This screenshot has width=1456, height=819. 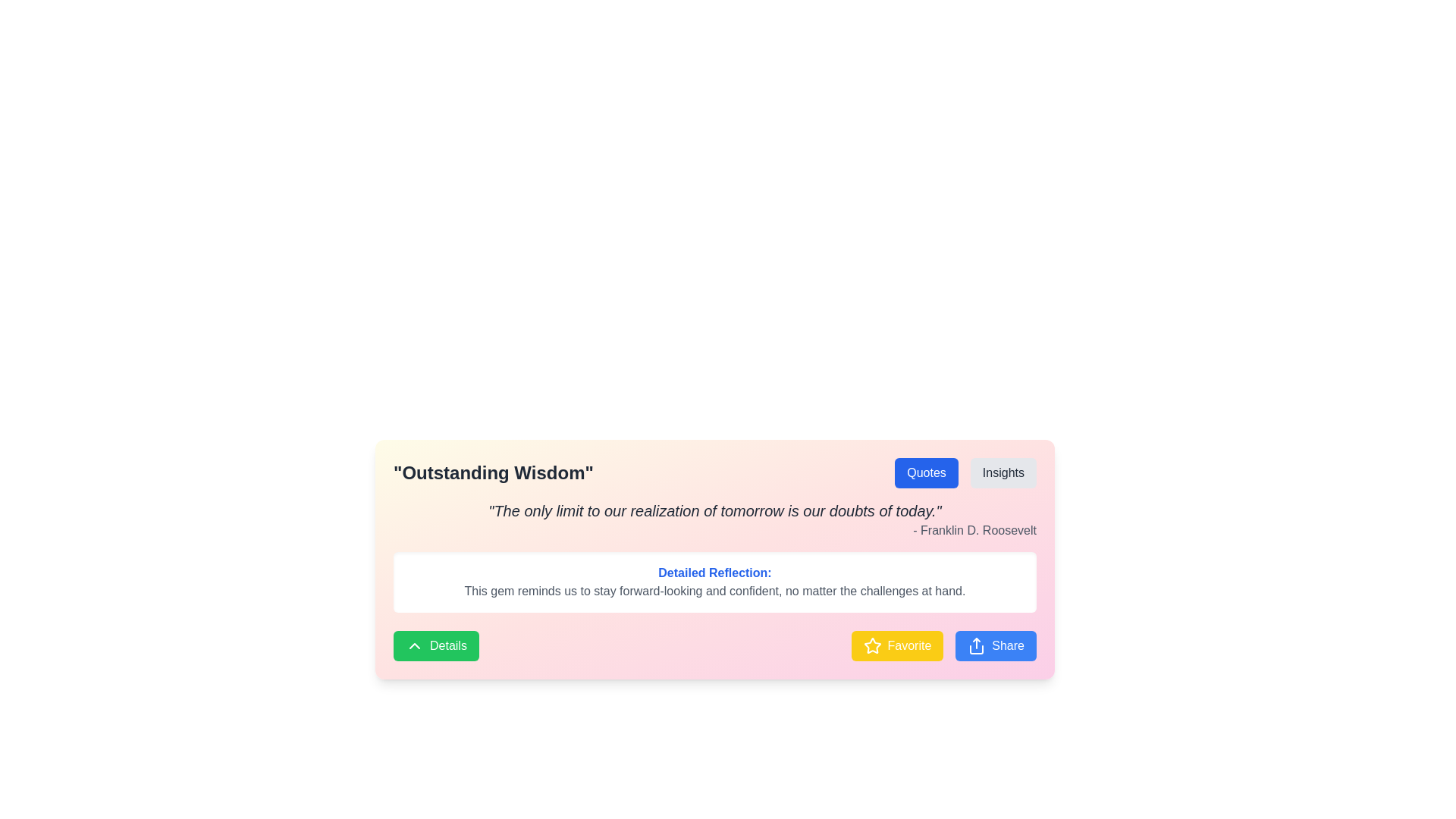 What do you see at coordinates (1003, 472) in the screenshot?
I see `the 'Insights' button, which is a rectangular button with rounded corners, light gray background, and darker gray text` at bounding box center [1003, 472].